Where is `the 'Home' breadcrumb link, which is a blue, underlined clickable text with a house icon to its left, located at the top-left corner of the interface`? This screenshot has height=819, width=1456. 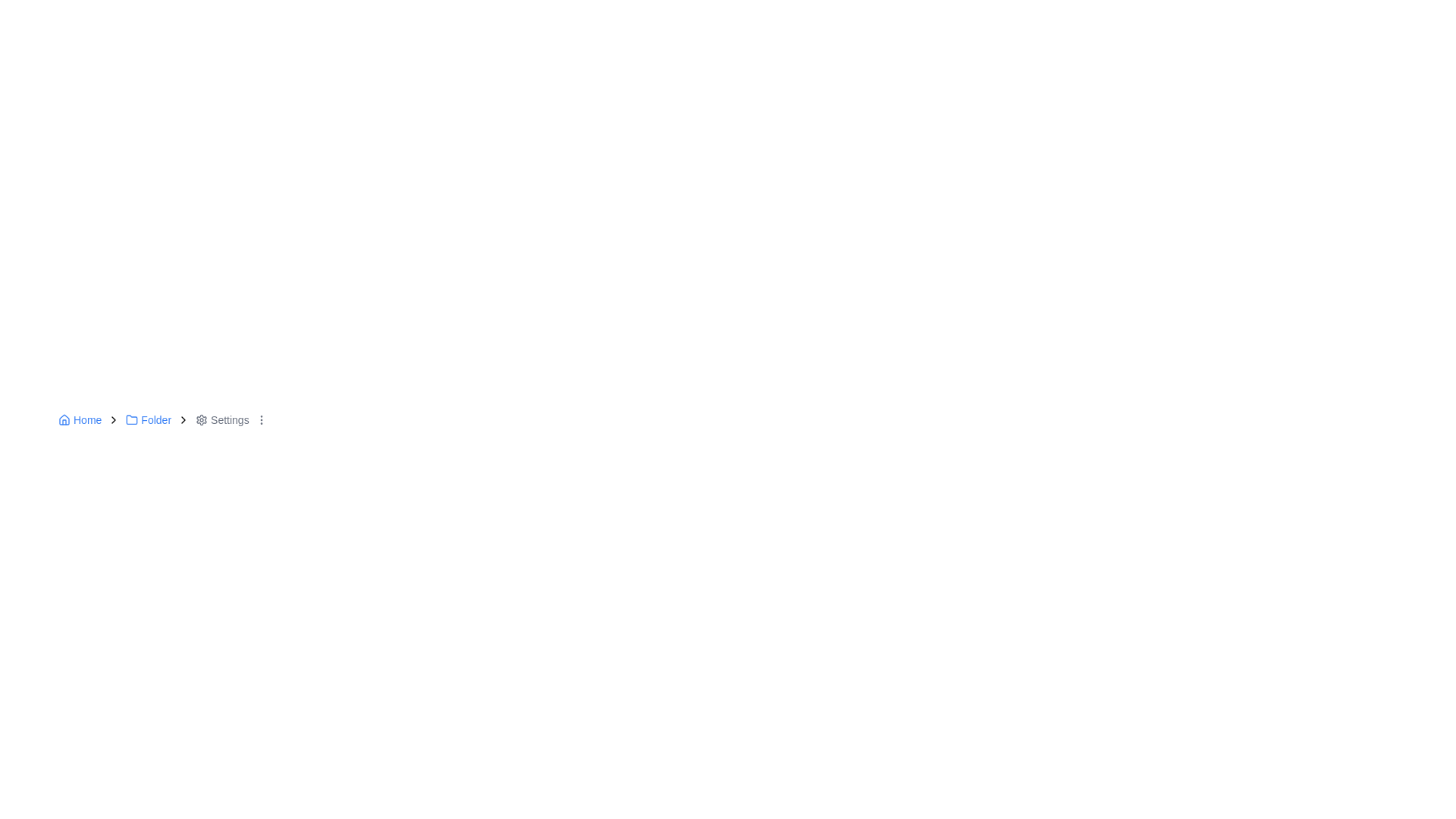 the 'Home' breadcrumb link, which is a blue, underlined clickable text with a house icon to its left, located at the top-left corner of the interface is located at coordinates (79, 420).